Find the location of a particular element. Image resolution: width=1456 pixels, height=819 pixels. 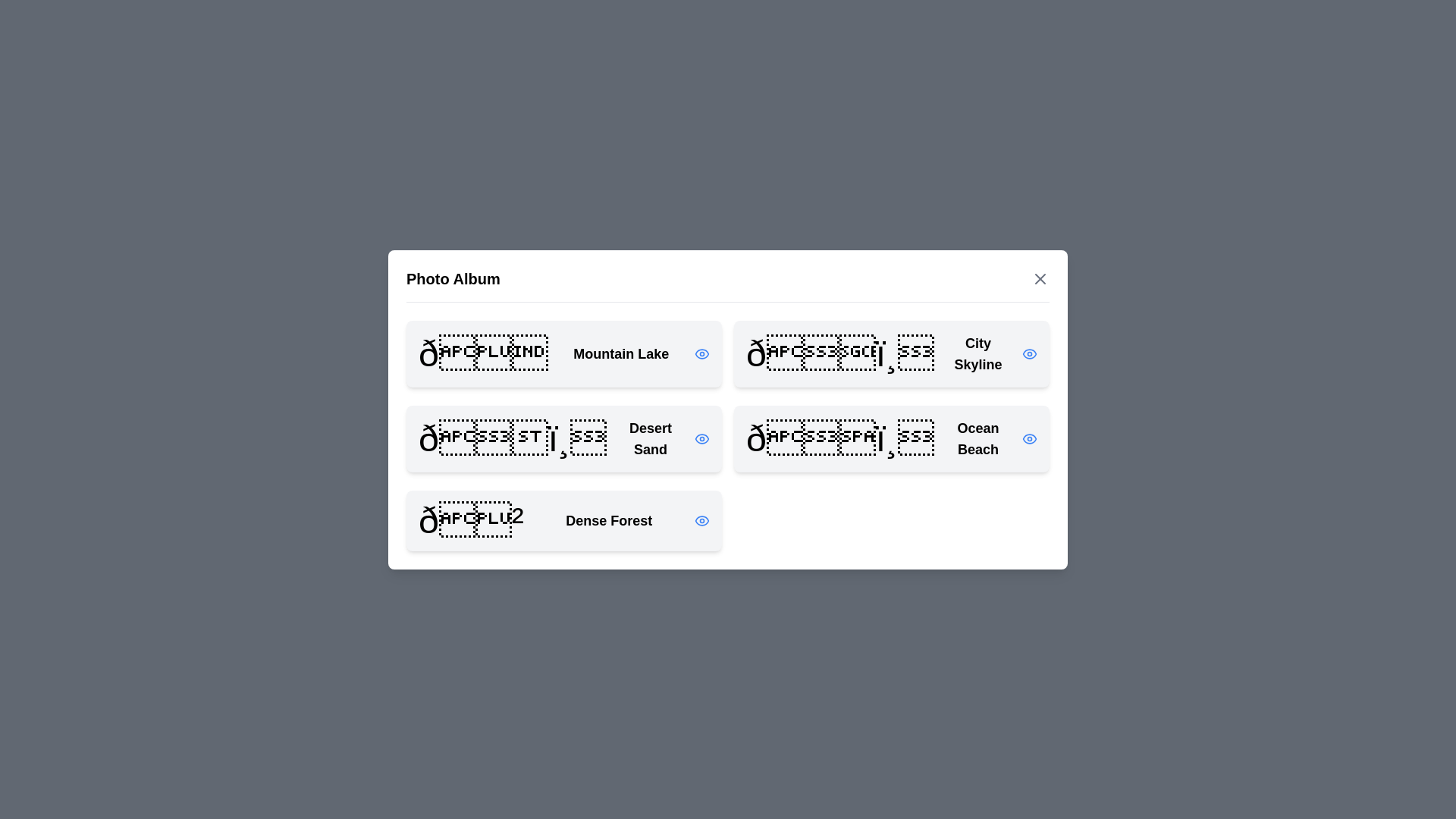

the photo titled City Skyline from the list is located at coordinates (892, 353).